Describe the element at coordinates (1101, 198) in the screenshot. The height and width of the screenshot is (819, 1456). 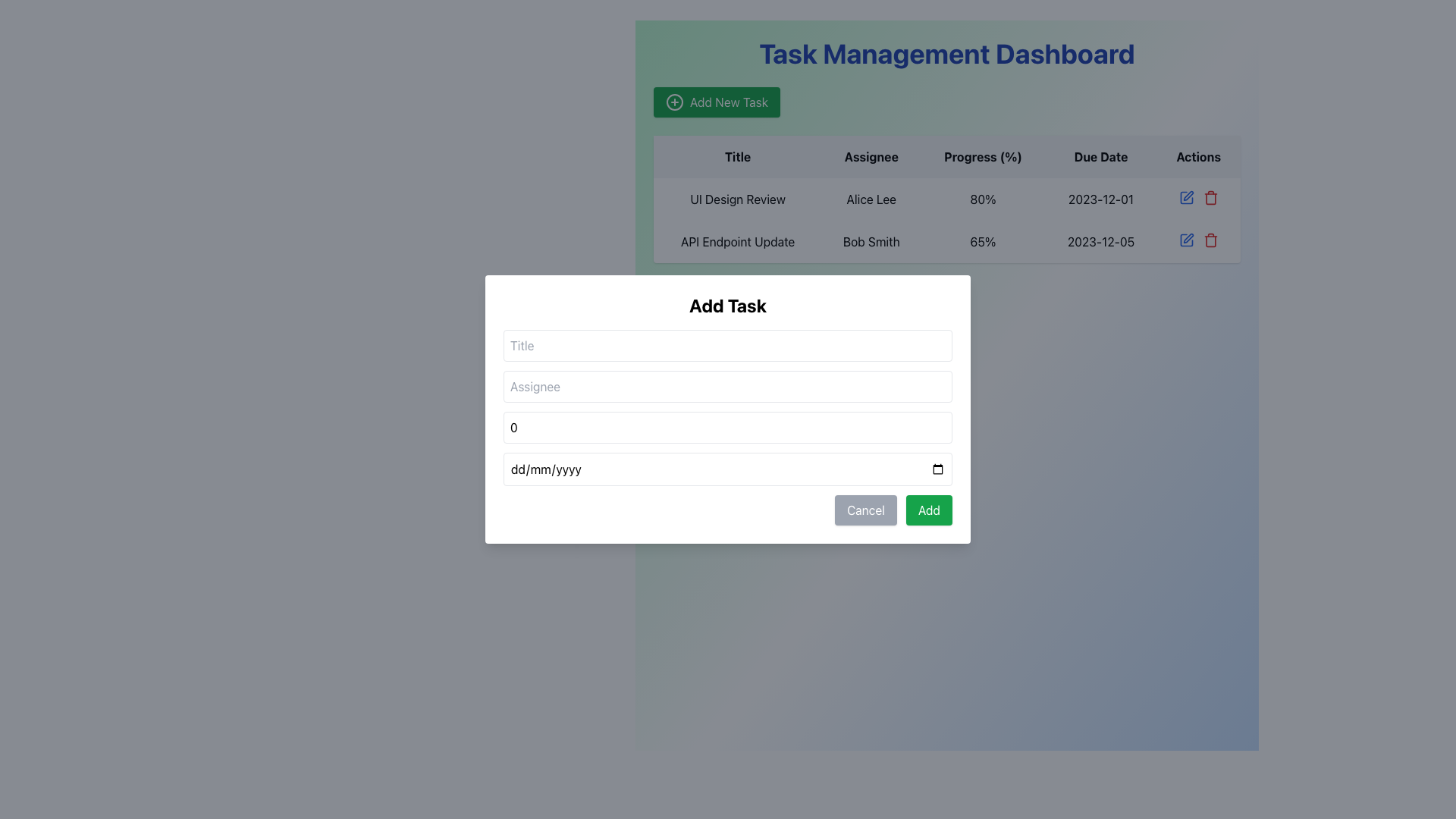
I see `the static text element displaying '2023-12-01' in the 'Due Date' column of the task 'UI Design Review' in the Task Management Dashboard` at that location.